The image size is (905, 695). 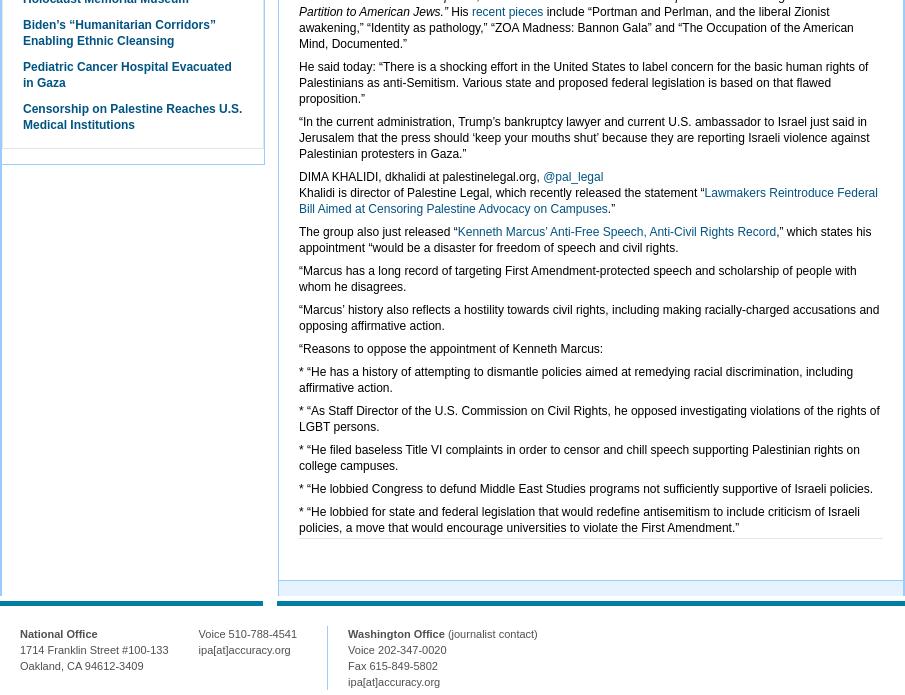 I want to click on '* “As Staff Director of the U.S. Commission on Civil Rights, he opposed investigating violations of the rights of LGBT persons.', so click(x=588, y=419).